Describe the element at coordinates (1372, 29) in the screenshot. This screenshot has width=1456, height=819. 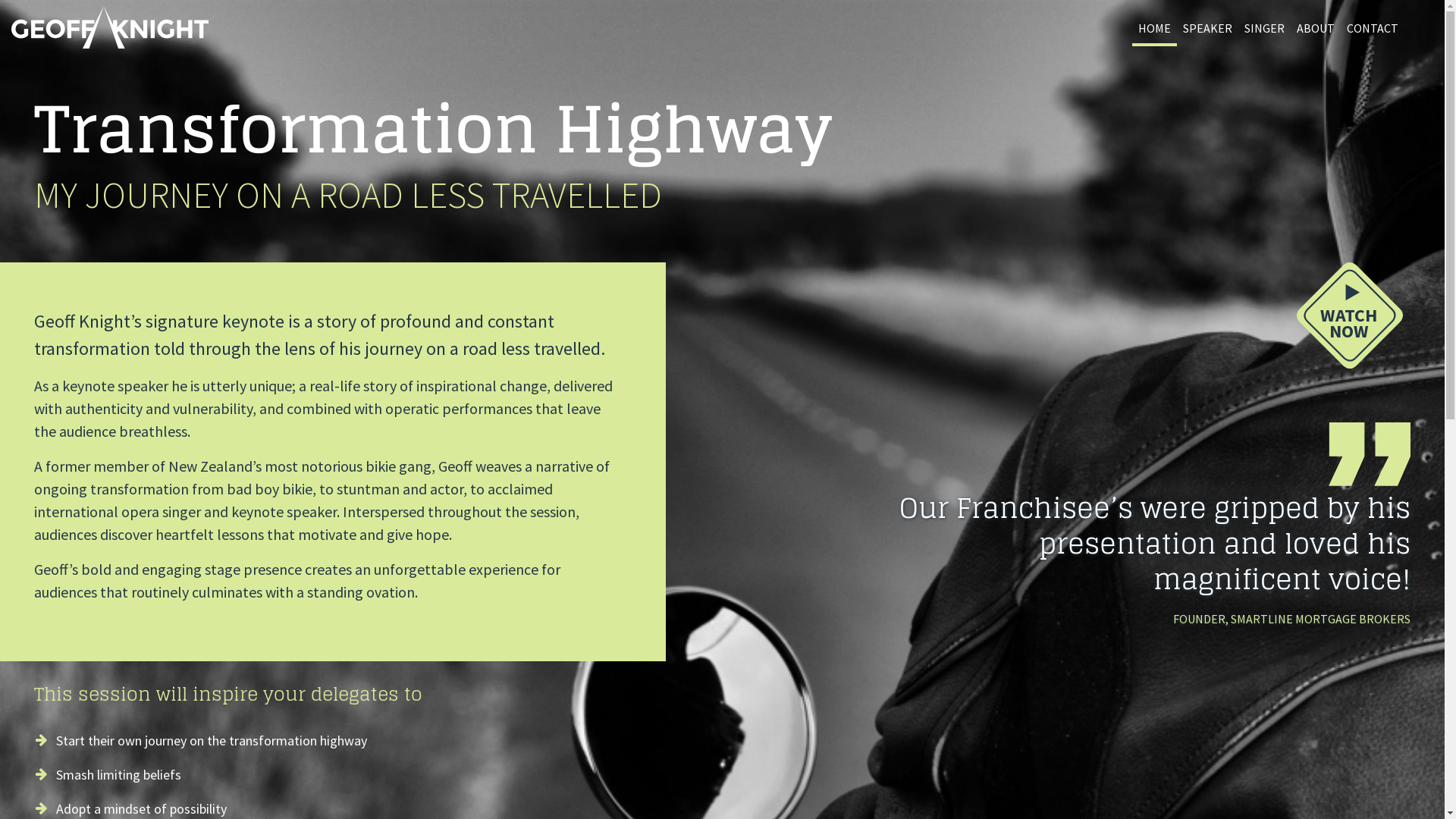
I see `'CONTACT'` at that location.